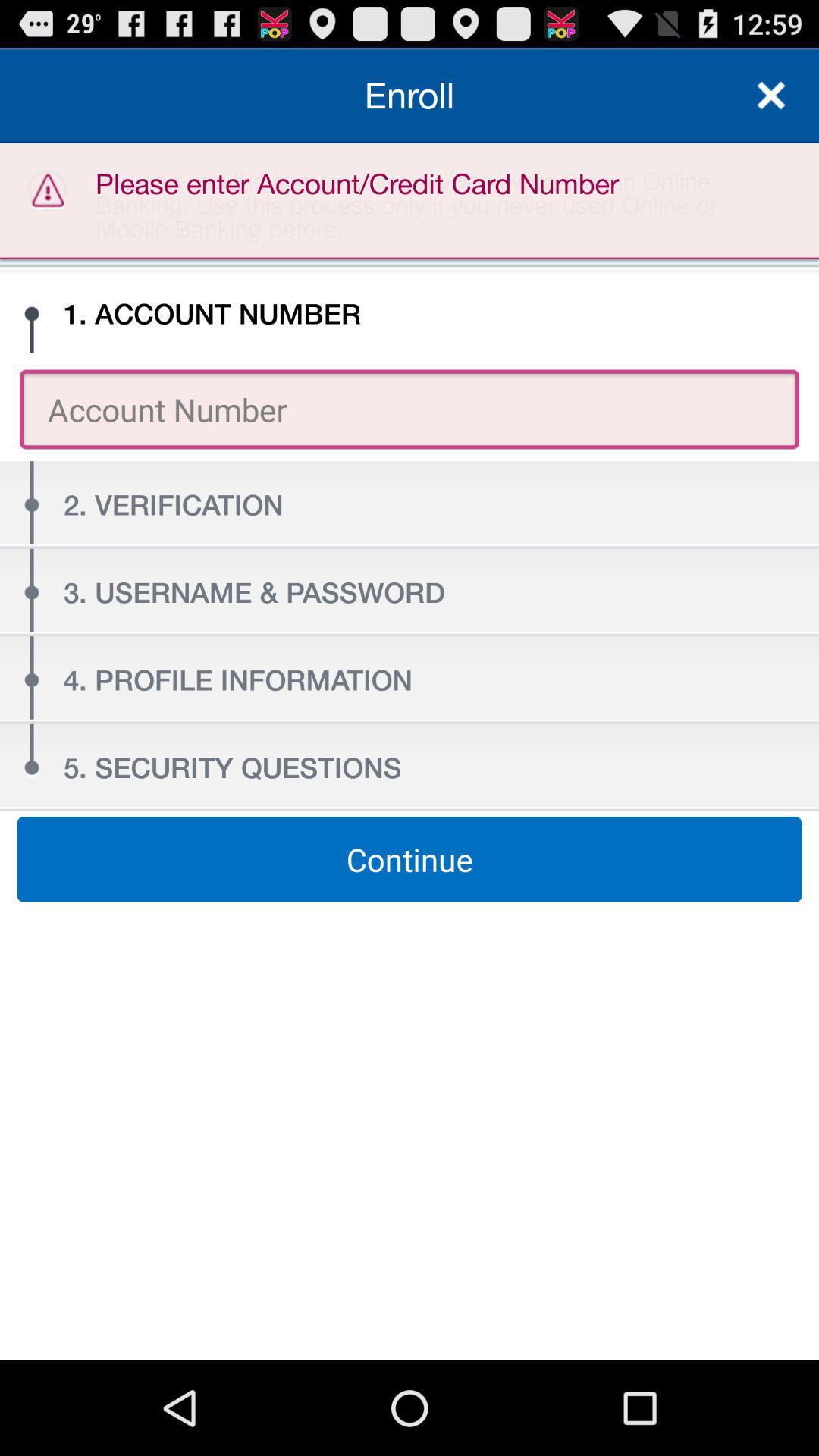 Image resolution: width=819 pixels, height=1456 pixels. Describe the element at coordinates (409, 94) in the screenshot. I see `enroll` at that location.